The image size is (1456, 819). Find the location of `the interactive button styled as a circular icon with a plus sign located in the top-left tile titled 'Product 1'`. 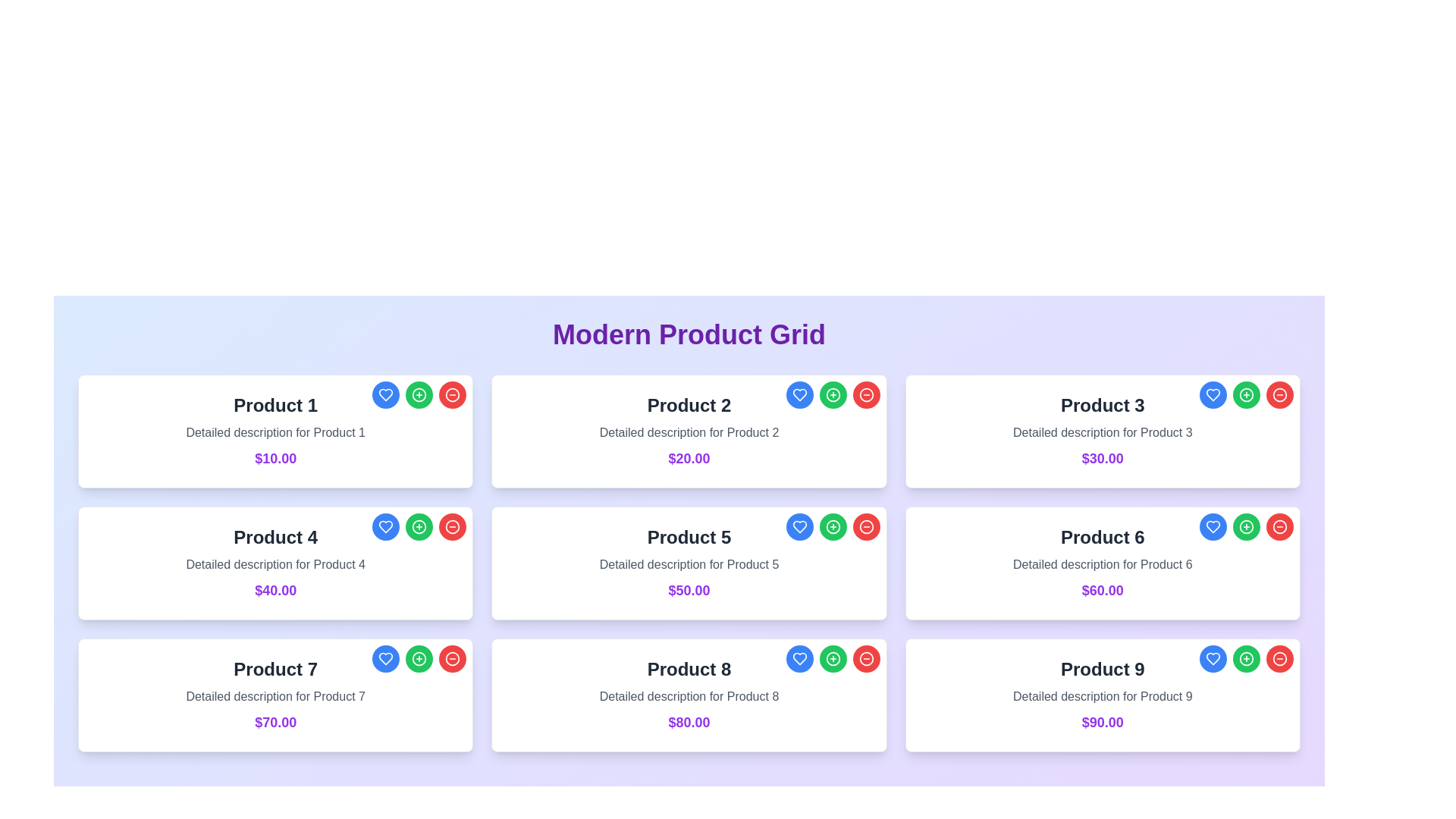

the interactive button styled as a circular icon with a plus sign located in the top-left tile titled 'Product 1' is located at coordinates (419, 394).